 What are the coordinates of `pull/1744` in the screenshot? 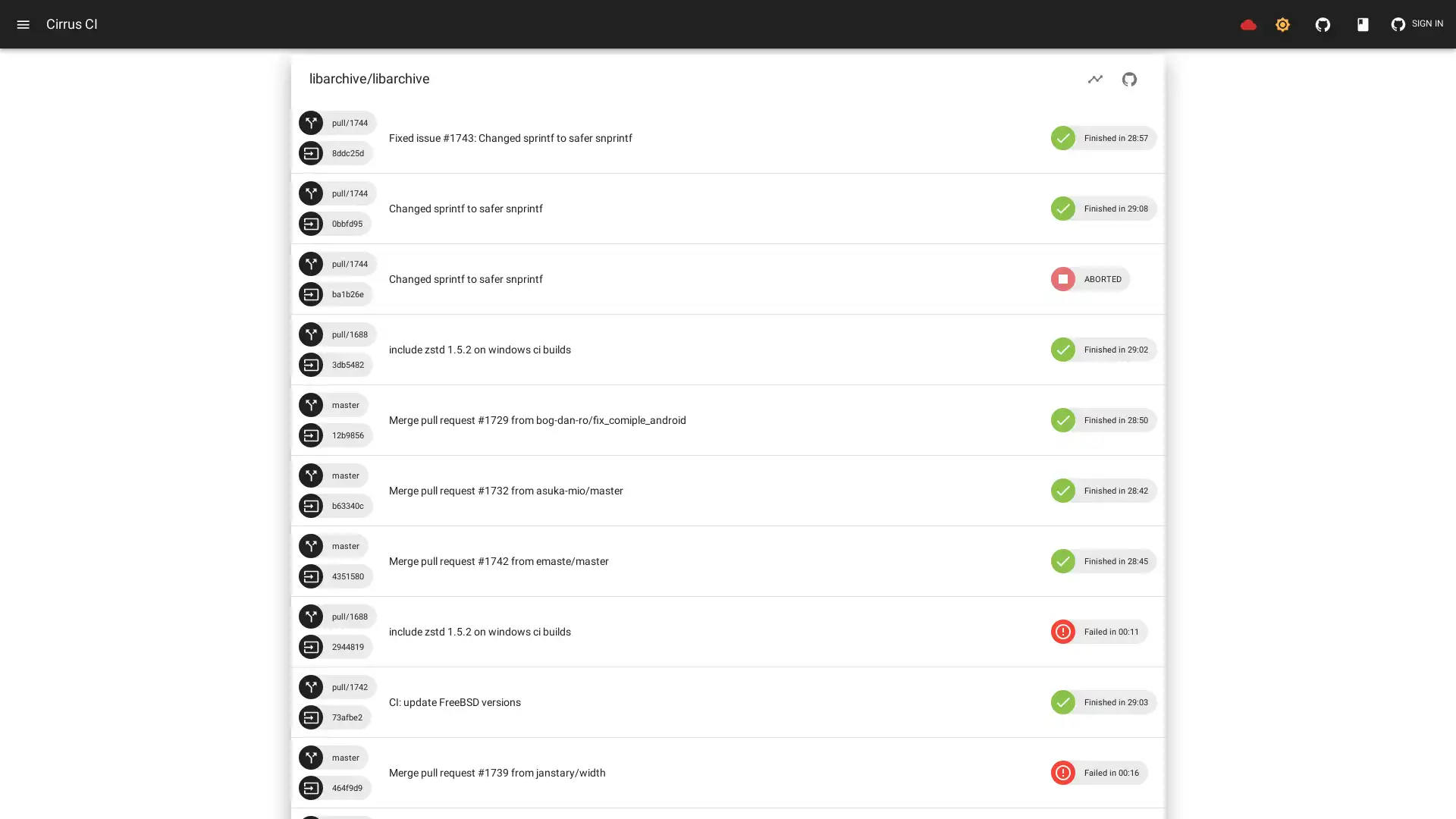 It's located at (337, 192).